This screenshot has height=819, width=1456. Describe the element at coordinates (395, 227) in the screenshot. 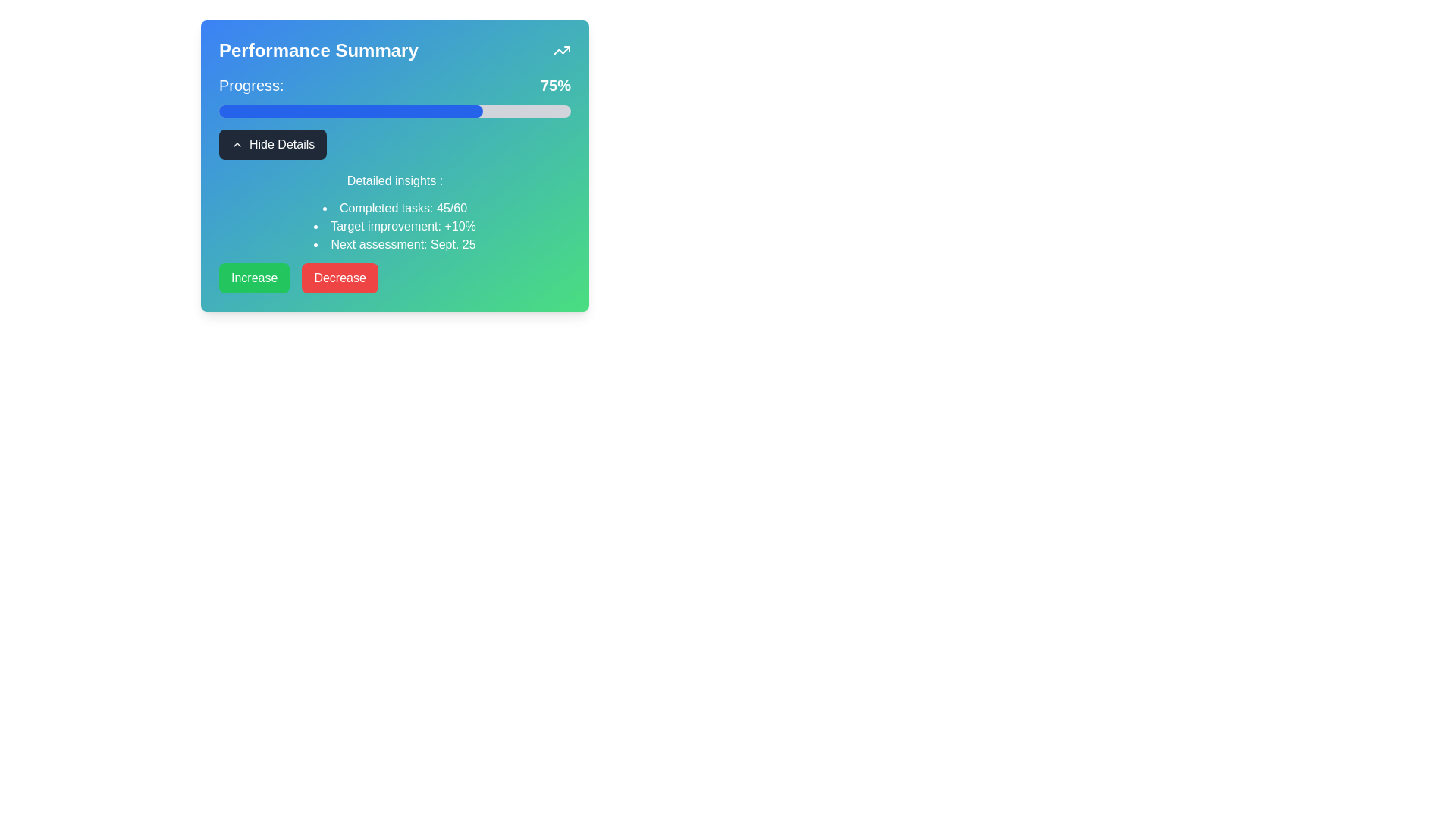

I see `text label that displays 'Target improvement: +10%' located in the Detailed insights section of the performance summary card, which is the second item in a bullet point list` at that location.